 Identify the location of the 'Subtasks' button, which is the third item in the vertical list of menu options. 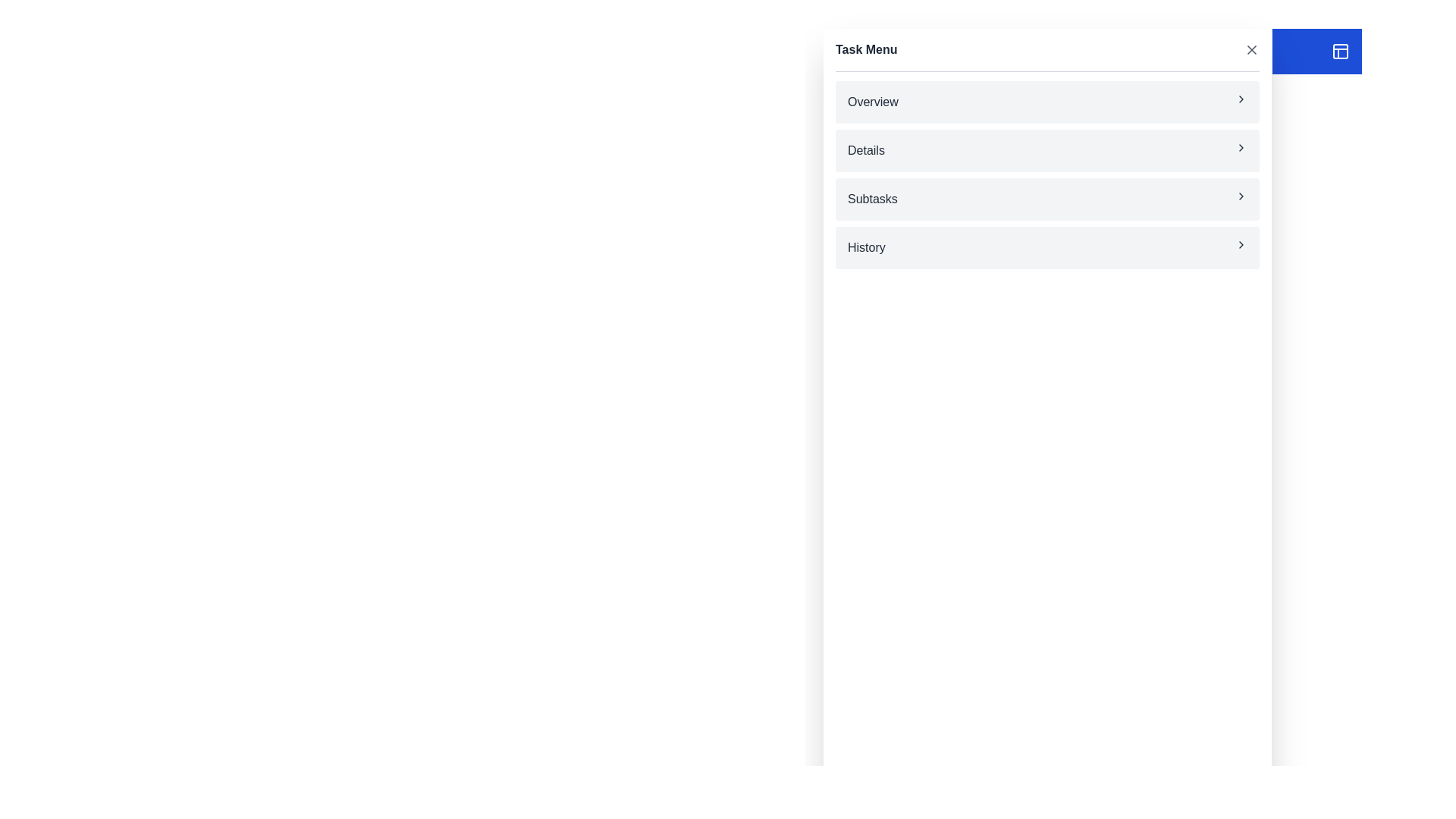
(1046, 198).